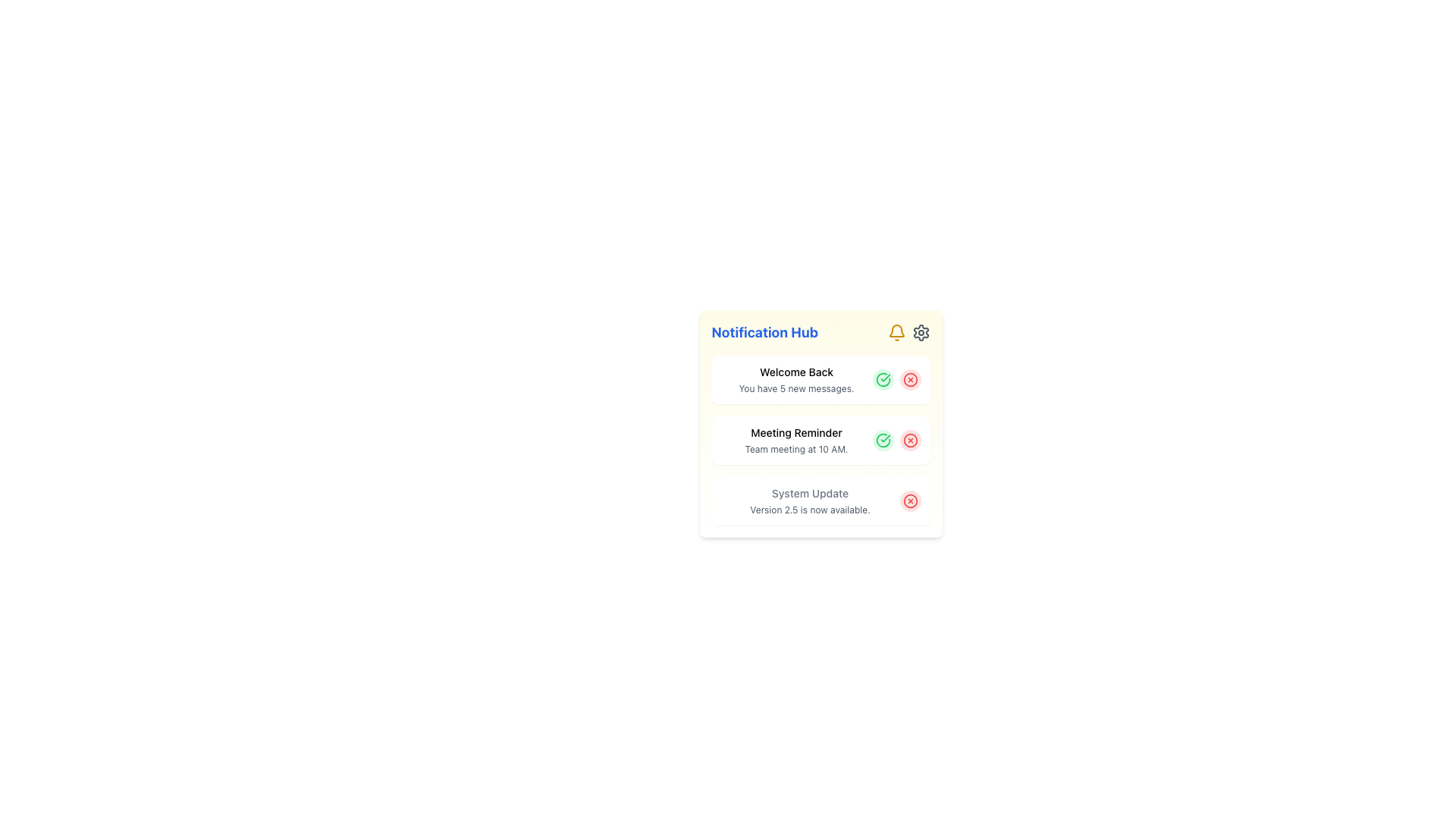  What do you see at coordinates (896, 441) in the screenshot?
I see `the button group containing a green checkmark and a red cross located in the bottom right corner of the 'Meeting Reminder' notification` at bounding box center [896, 441].